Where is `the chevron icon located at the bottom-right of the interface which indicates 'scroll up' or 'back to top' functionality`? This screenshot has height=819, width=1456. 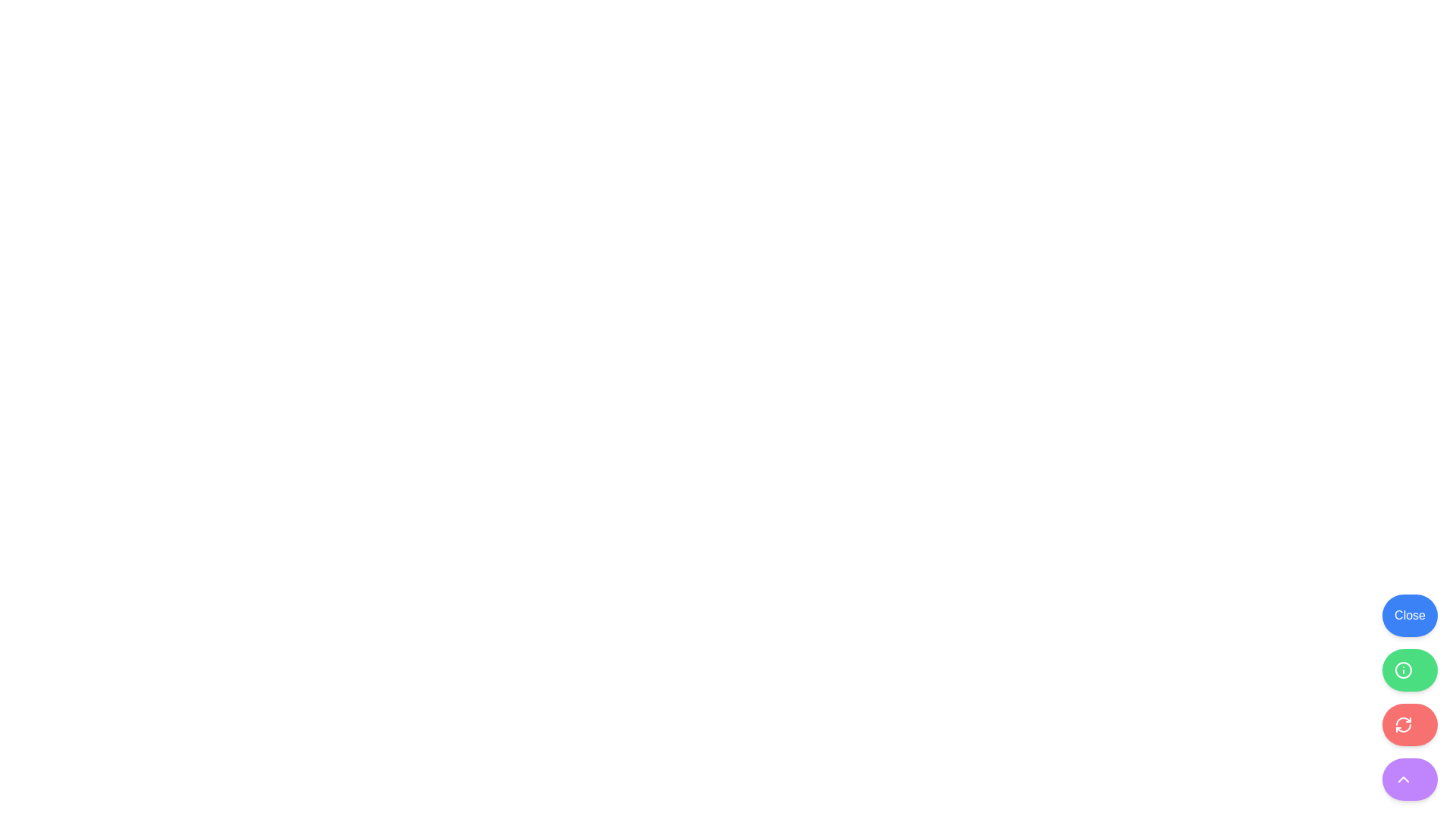
the chevron icon located at the bottom-right of the interface which indicates 'scroll up' or 'back to top' functionality is located at coordinates (1403, 780).